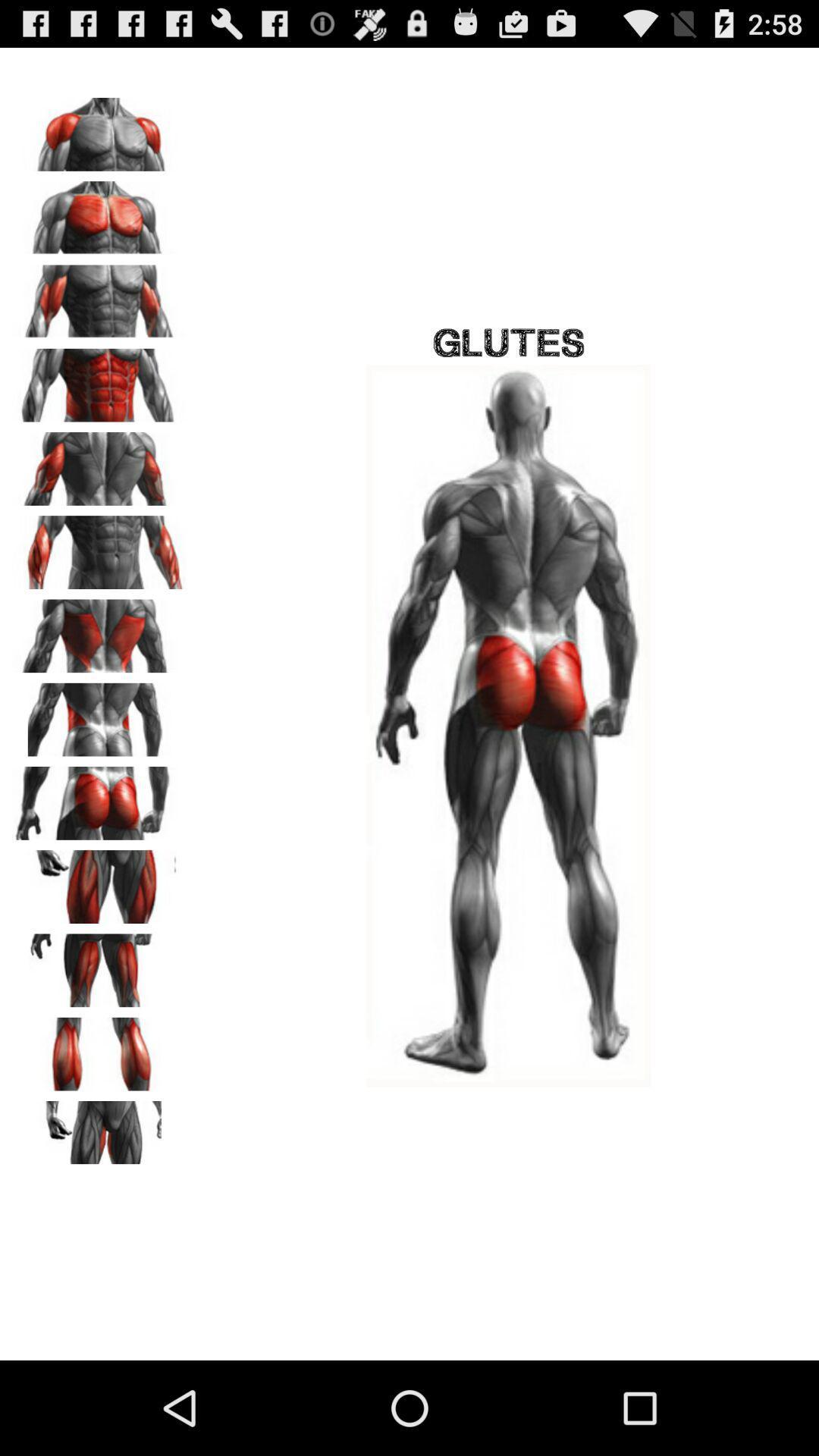 This screenshot has width=819, height=1456. I want to click on leg, so click(99, 1048).